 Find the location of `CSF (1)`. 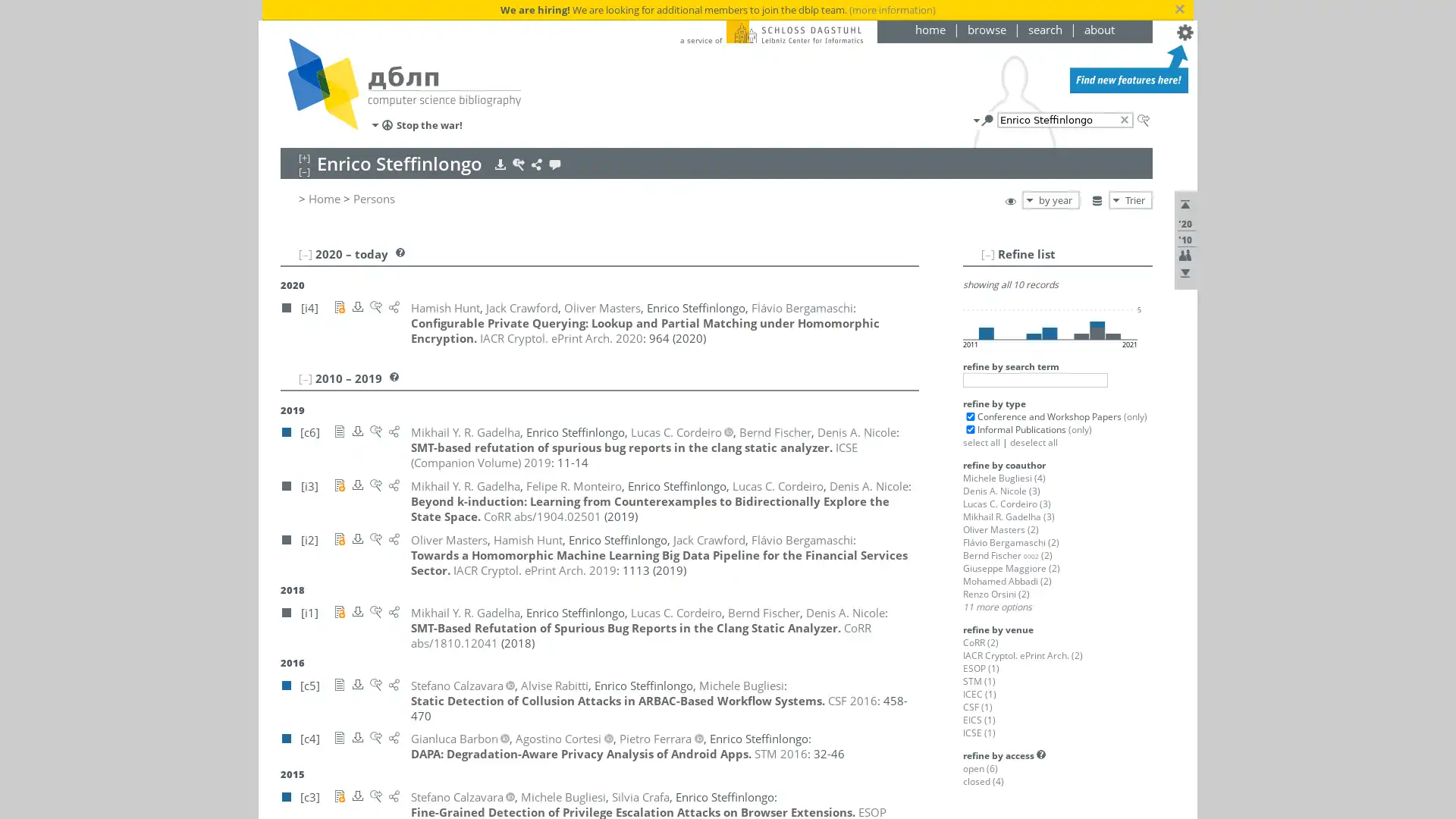

CSF (1) is located at coordinates (977, 707).